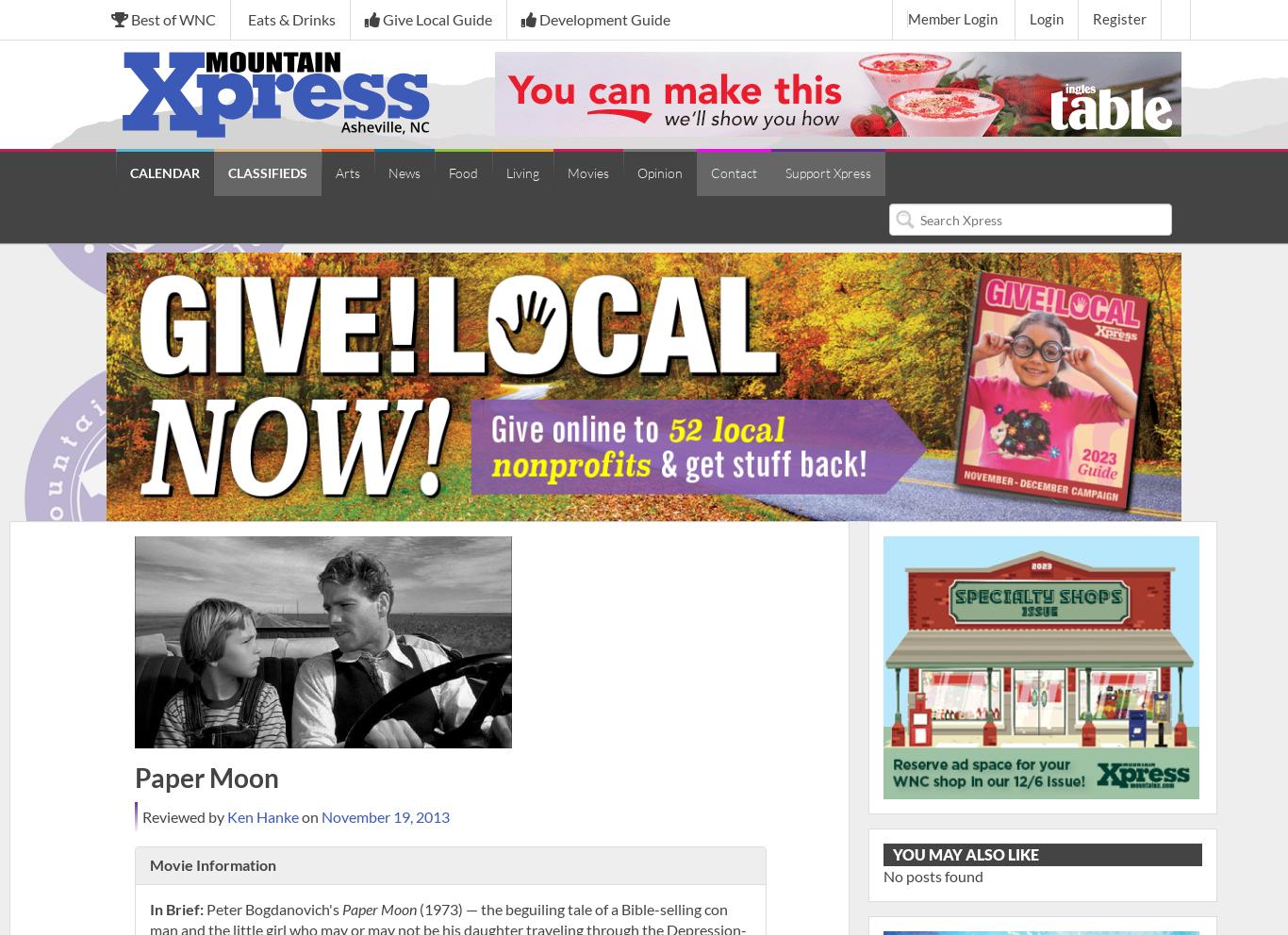  I want to click on 'CLASSIFIEDS', so click(267, 172).